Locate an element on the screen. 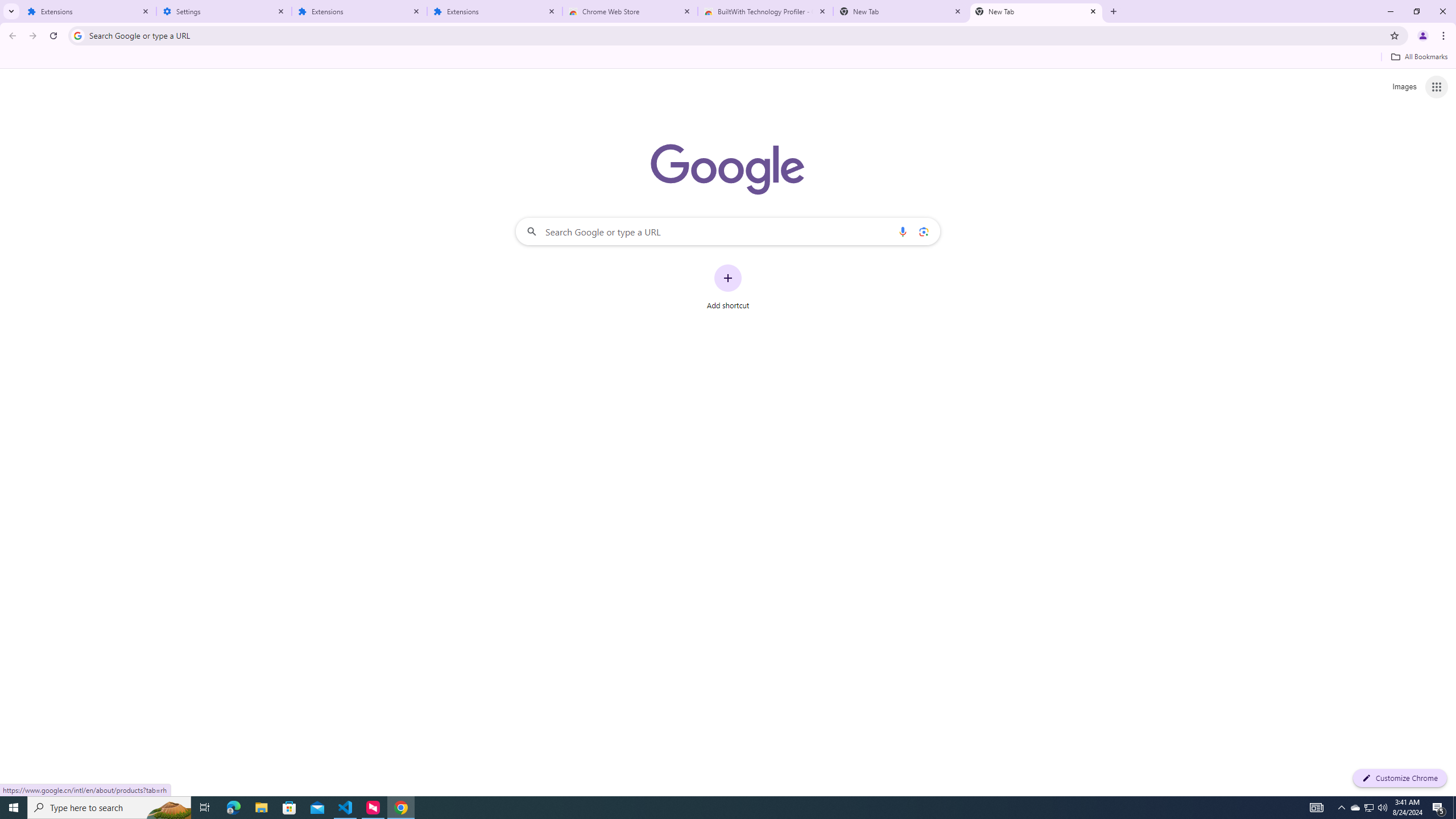 This screenshot has width=1456, height=819. 'Search by voice' is located at coordinates (902, 230).